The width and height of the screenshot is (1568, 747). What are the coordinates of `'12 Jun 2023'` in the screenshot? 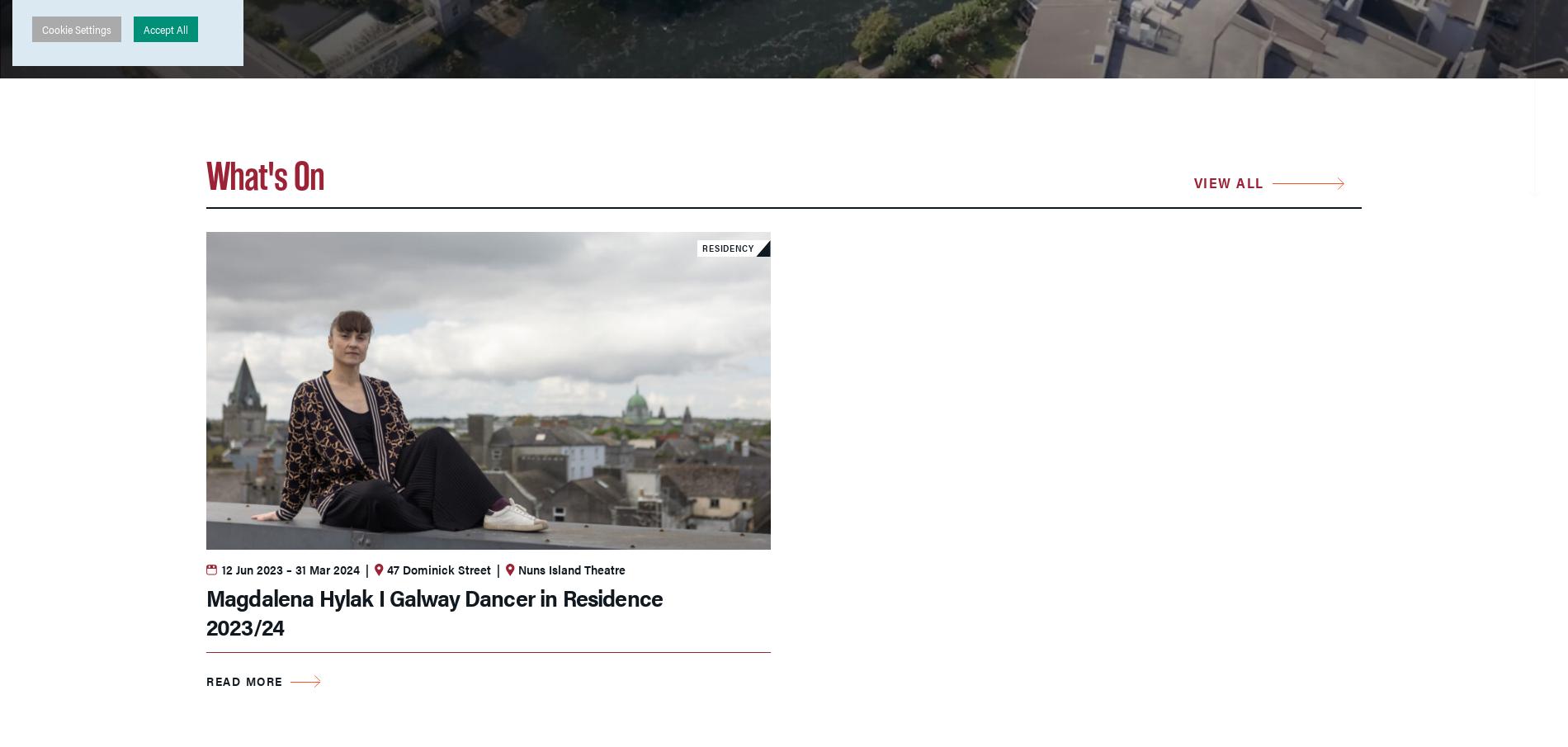 It's located at (253, 568).